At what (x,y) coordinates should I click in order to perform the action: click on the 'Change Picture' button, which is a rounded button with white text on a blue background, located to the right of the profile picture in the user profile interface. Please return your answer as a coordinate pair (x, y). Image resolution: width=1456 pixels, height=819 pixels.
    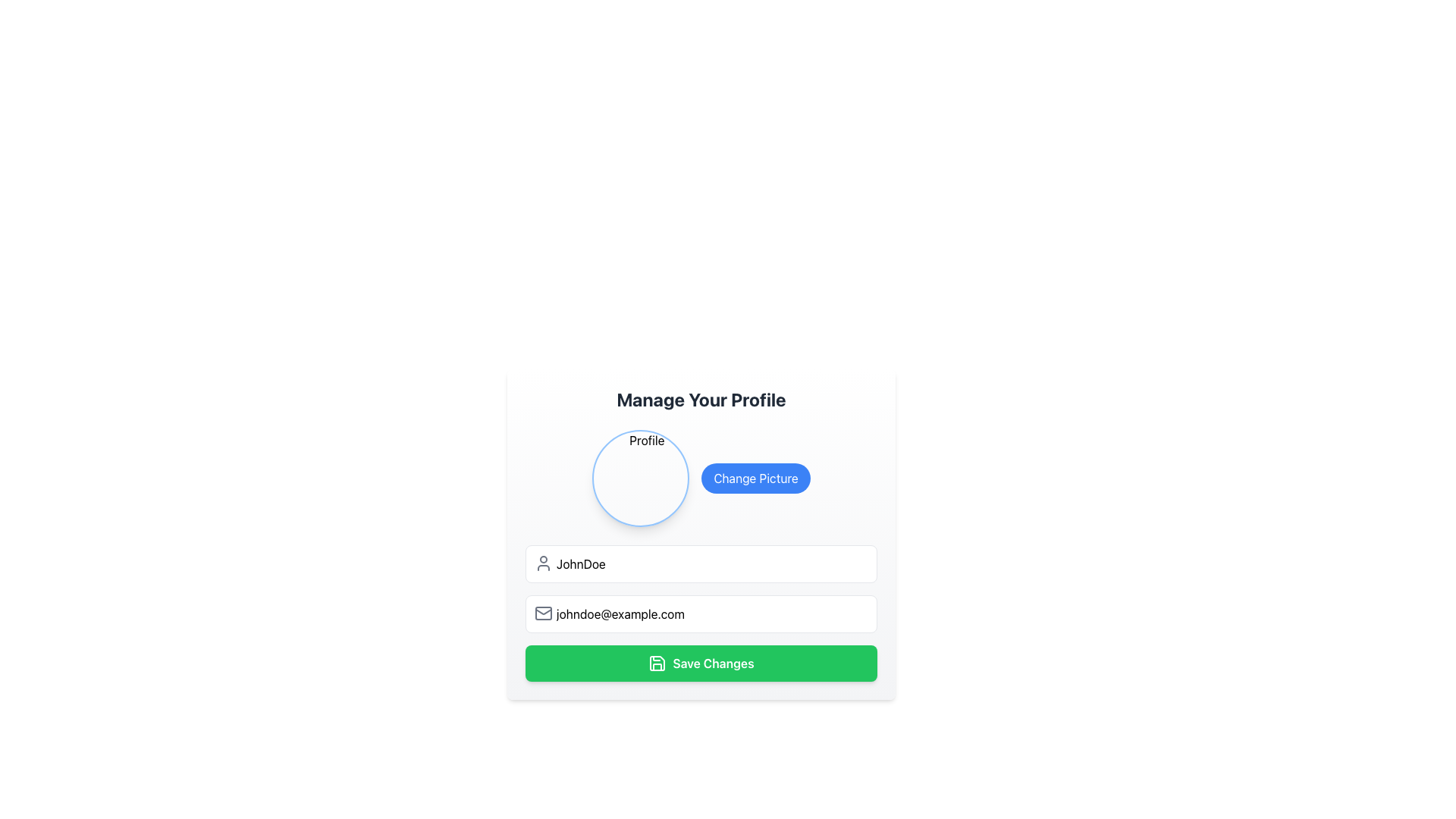
    Looking at the image, I should click on (756, 479).